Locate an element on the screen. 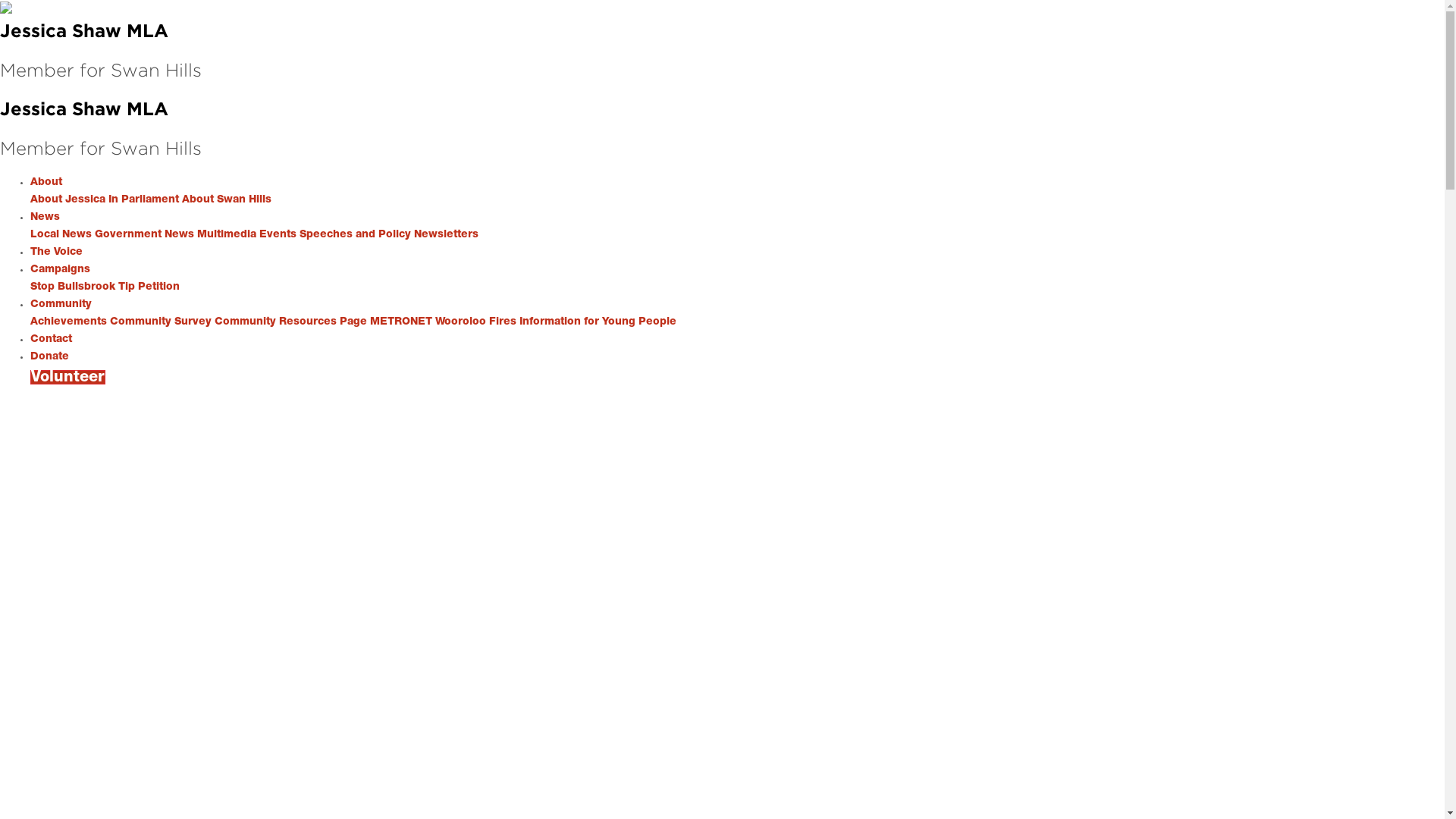 This screenshot has width=1456, height=819. 'About' is located at coordinates (46, 180).